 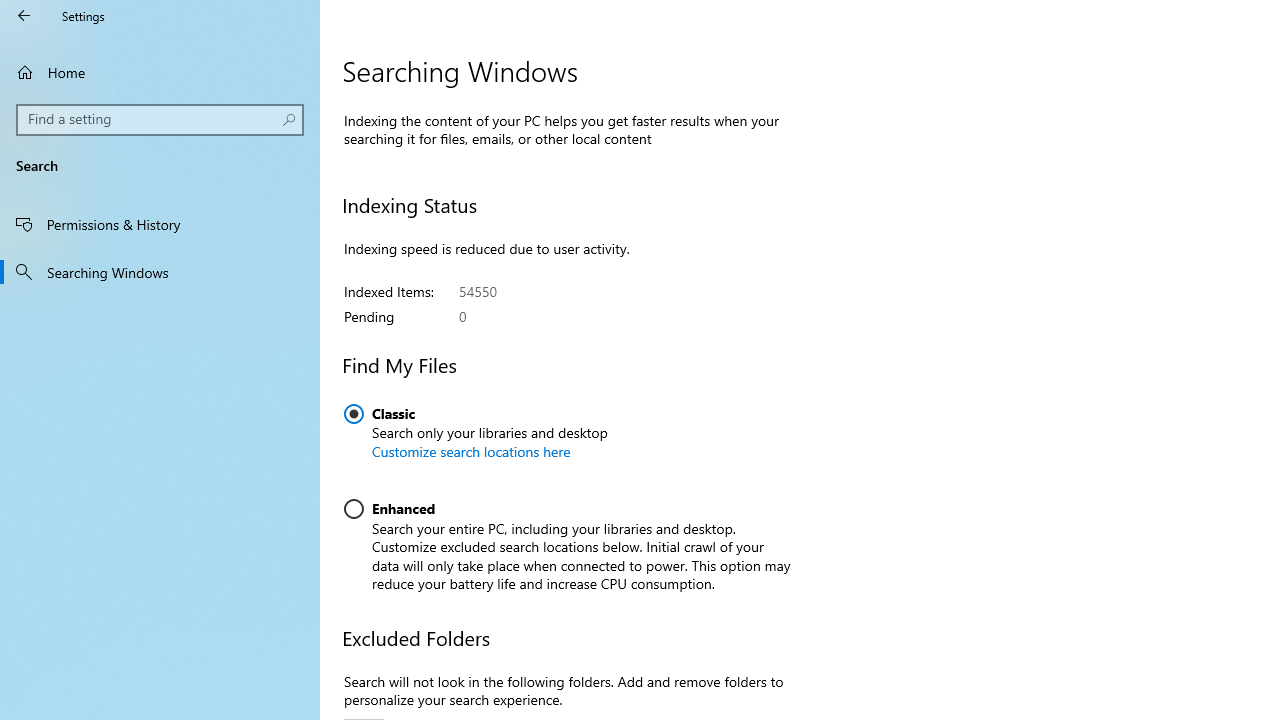 I want to click on 'Permissions & History', so click(x=160, y=223).